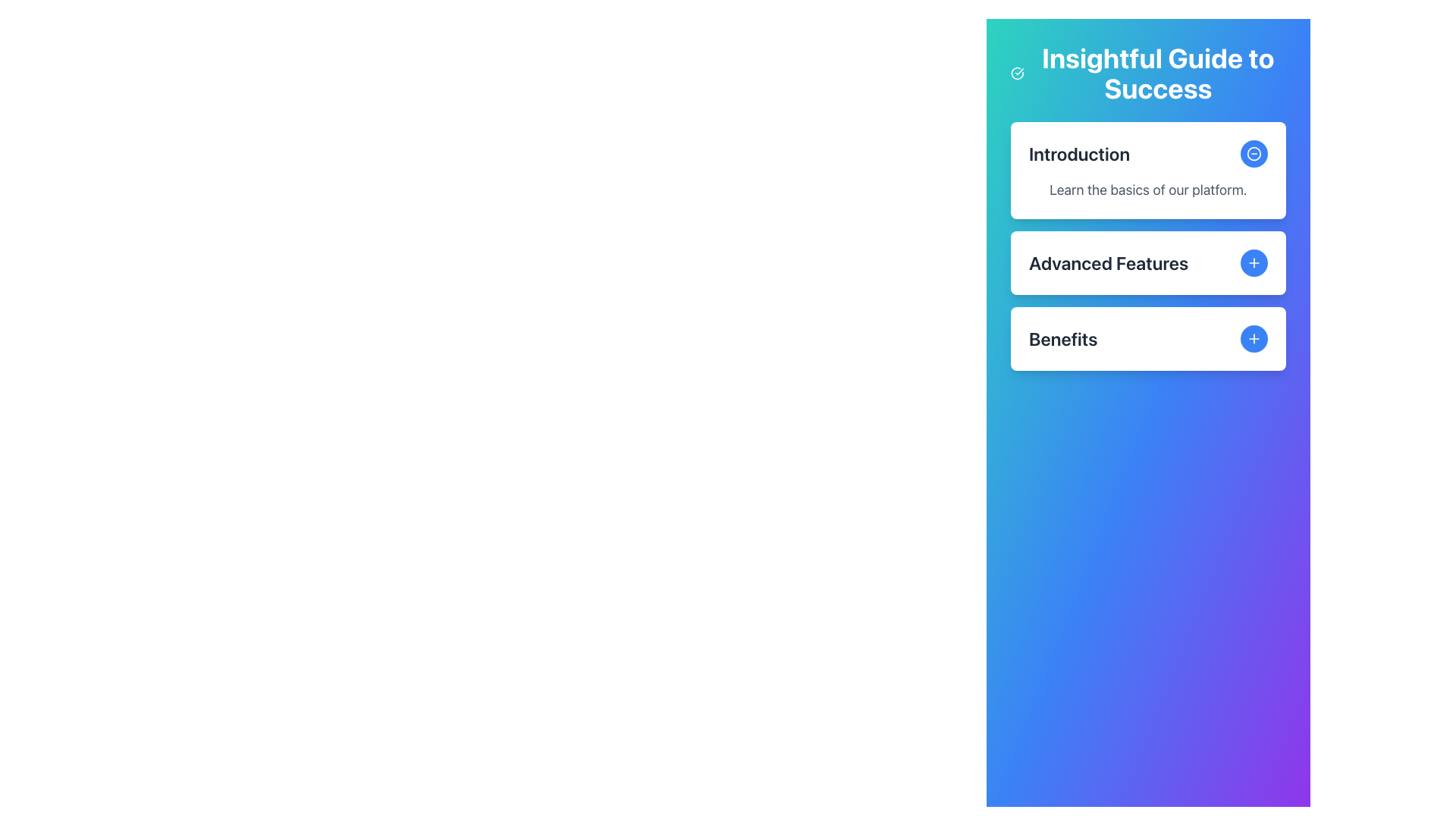 This screenshot has height=819, width=1456. What do you see at coordinates (1254, 262) in the screenshot?
I see `the circular blue button with a white plus sign (+) located to the right of the 'Advanced Features' text` at bounding box center [1254, 262].